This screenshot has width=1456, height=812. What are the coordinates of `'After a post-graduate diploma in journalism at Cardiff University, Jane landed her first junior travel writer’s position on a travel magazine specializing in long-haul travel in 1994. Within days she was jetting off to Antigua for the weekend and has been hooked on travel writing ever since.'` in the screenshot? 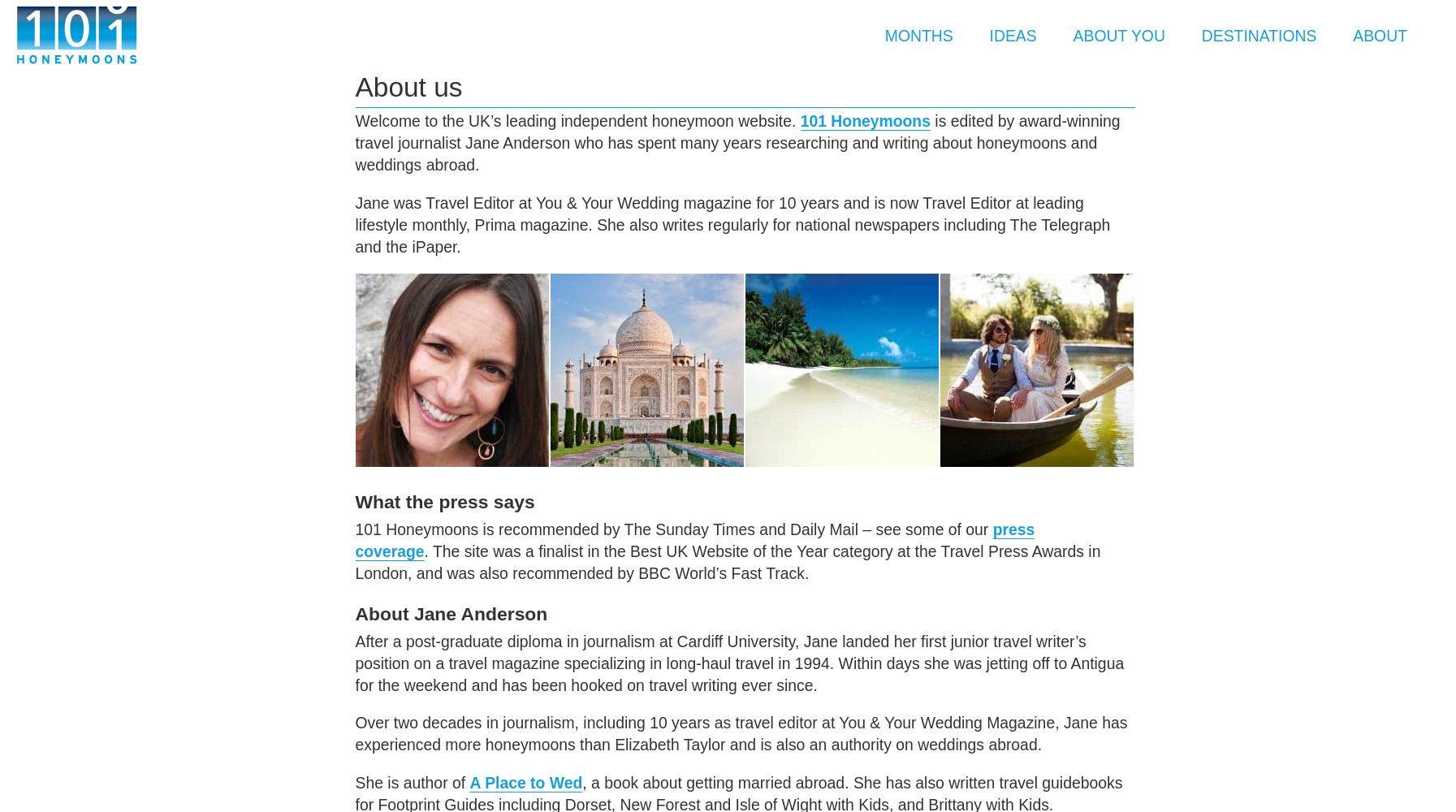 It's located at (739, 662).